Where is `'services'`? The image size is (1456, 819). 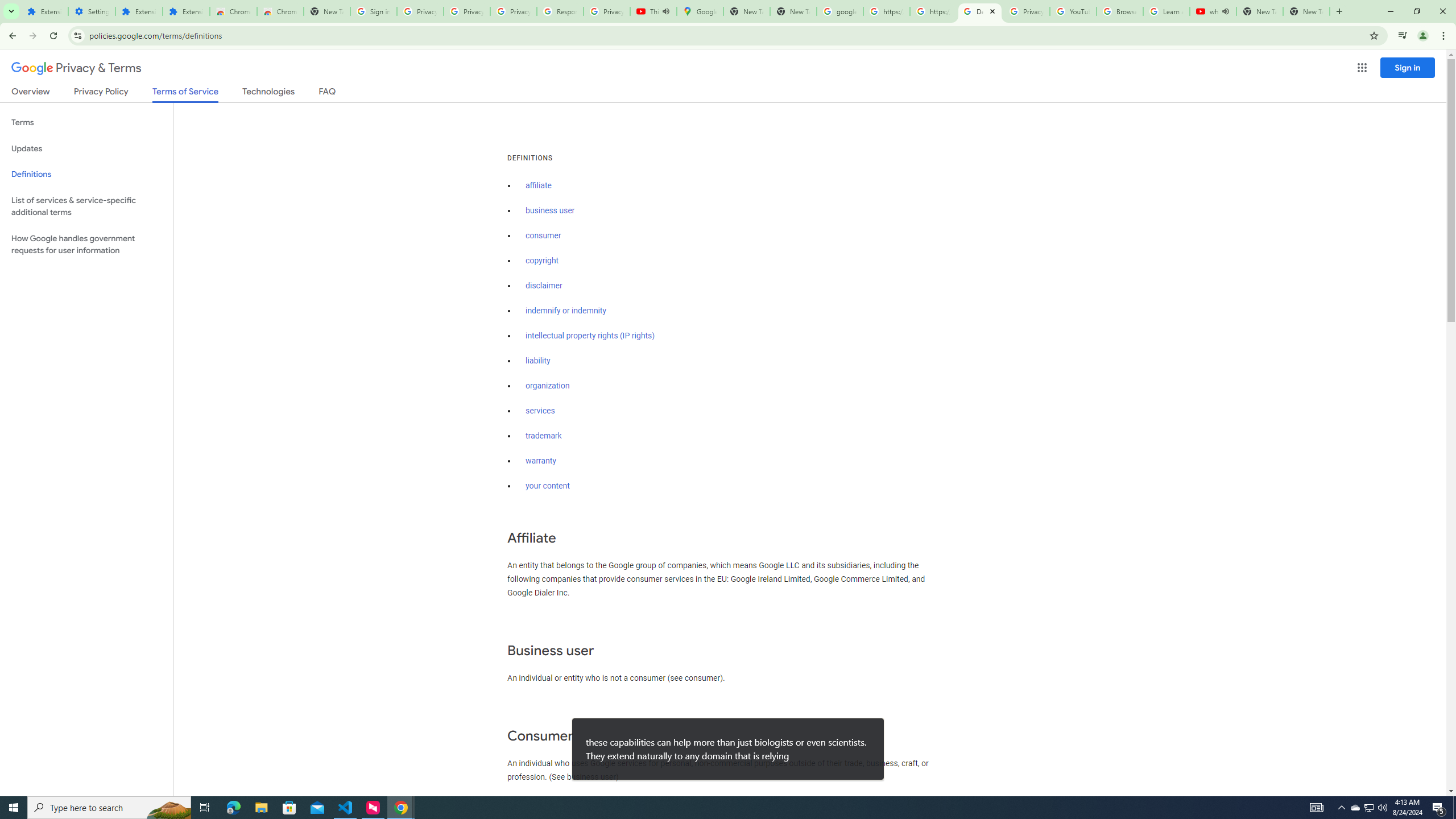 'services' is located at coordinates (540, 410).